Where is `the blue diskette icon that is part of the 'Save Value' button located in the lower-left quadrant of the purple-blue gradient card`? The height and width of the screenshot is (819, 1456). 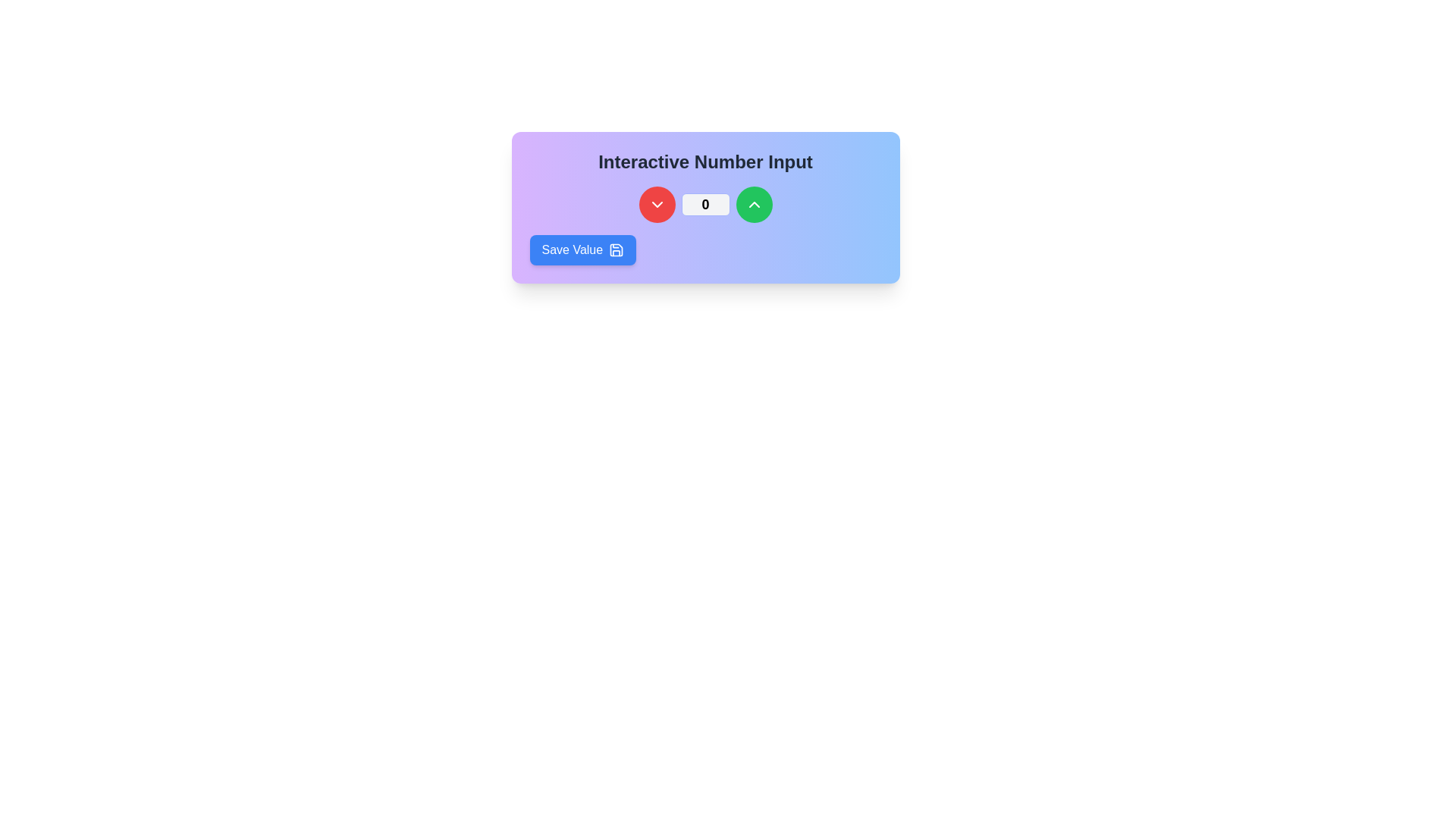 the blue diskette icon that is part of the 'Save Value' button located in the lower-left quadrant of the purple-blue gradient card is located at coordinates (617, 249).